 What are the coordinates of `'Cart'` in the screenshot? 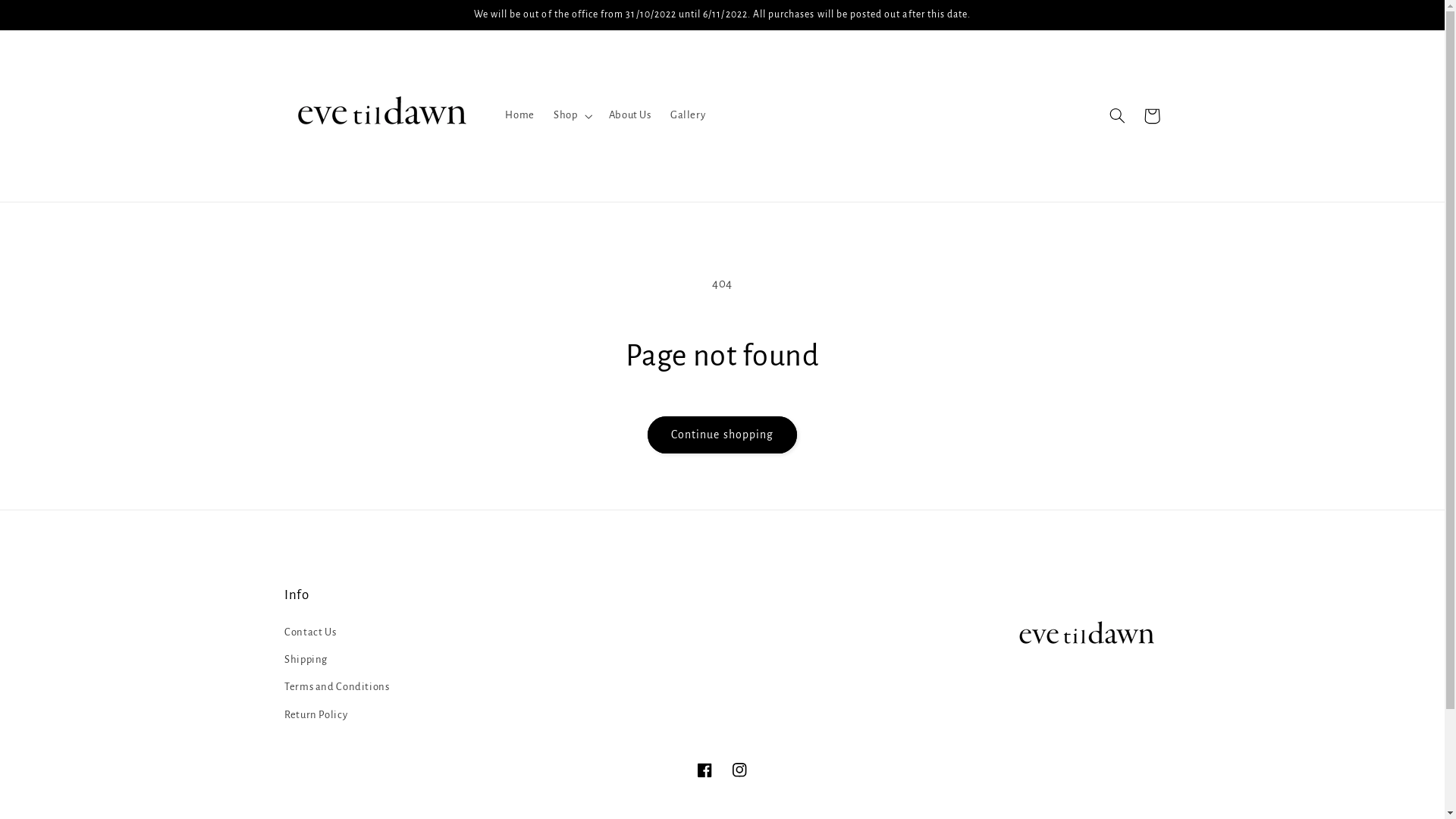 It's located at (1151, 115).